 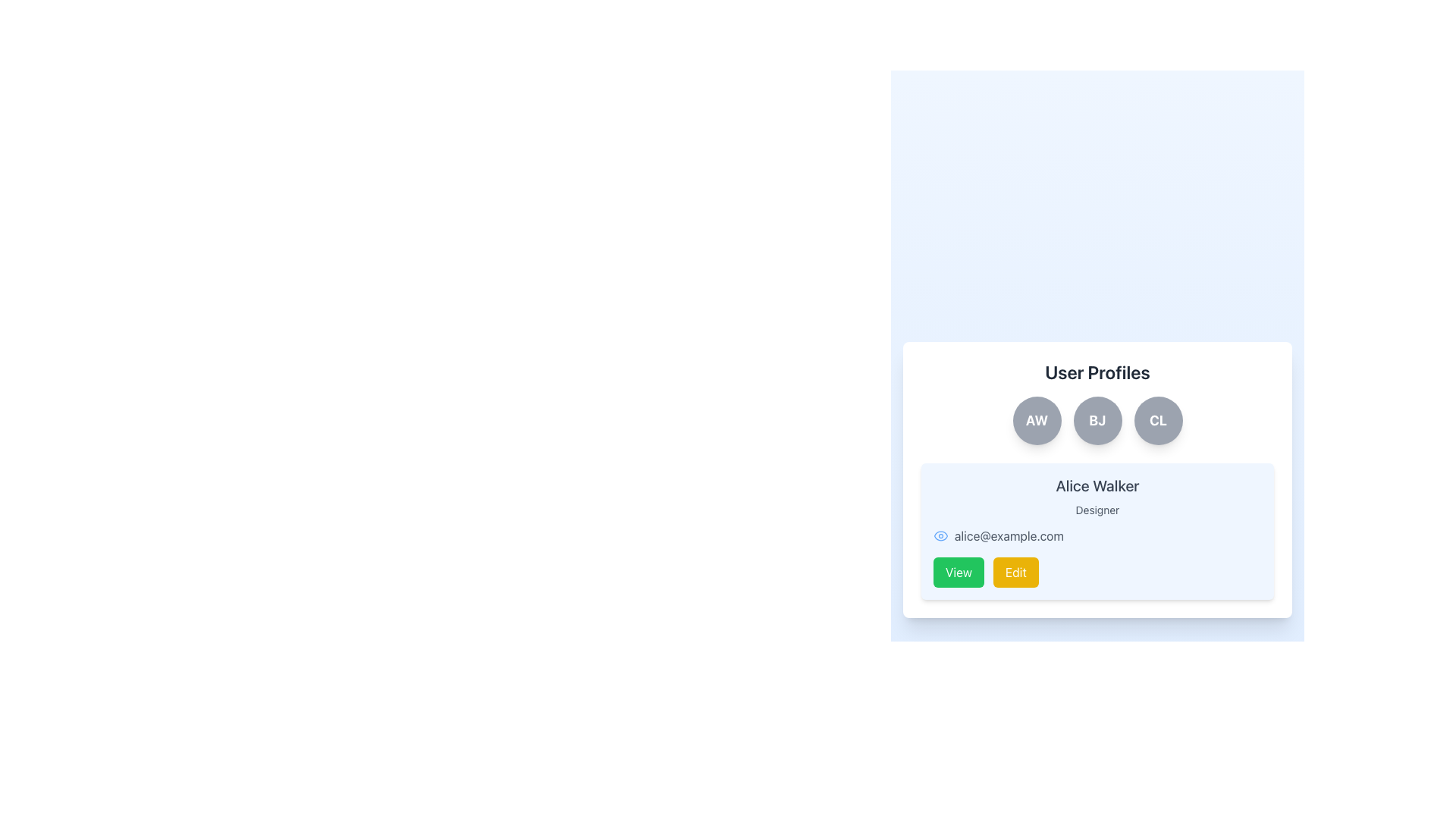 What do you see at coordinates (1097, 372) in the screenshot?
I see `the Text Label that serves as a title for the section of user profiles, located at the top of the card above the circular elements labeled 'AW', 'BJ', and 'CL'` at bounding box center [1097, 372].